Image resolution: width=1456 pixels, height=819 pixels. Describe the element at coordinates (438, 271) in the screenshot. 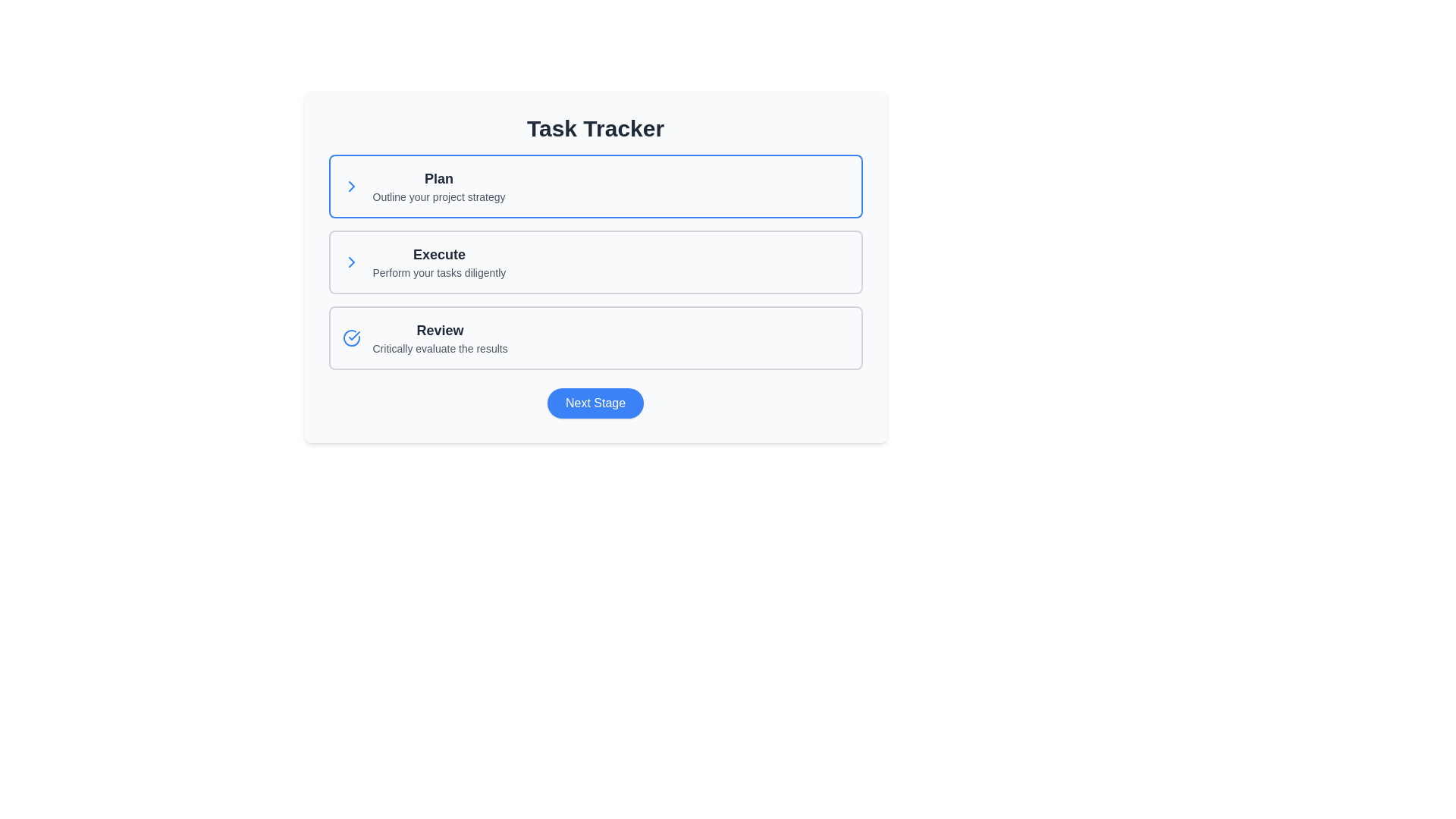

I see `the text label displaying 'Perform your tasks diligently', which is located beneath the 'Execute' title text` at that location.